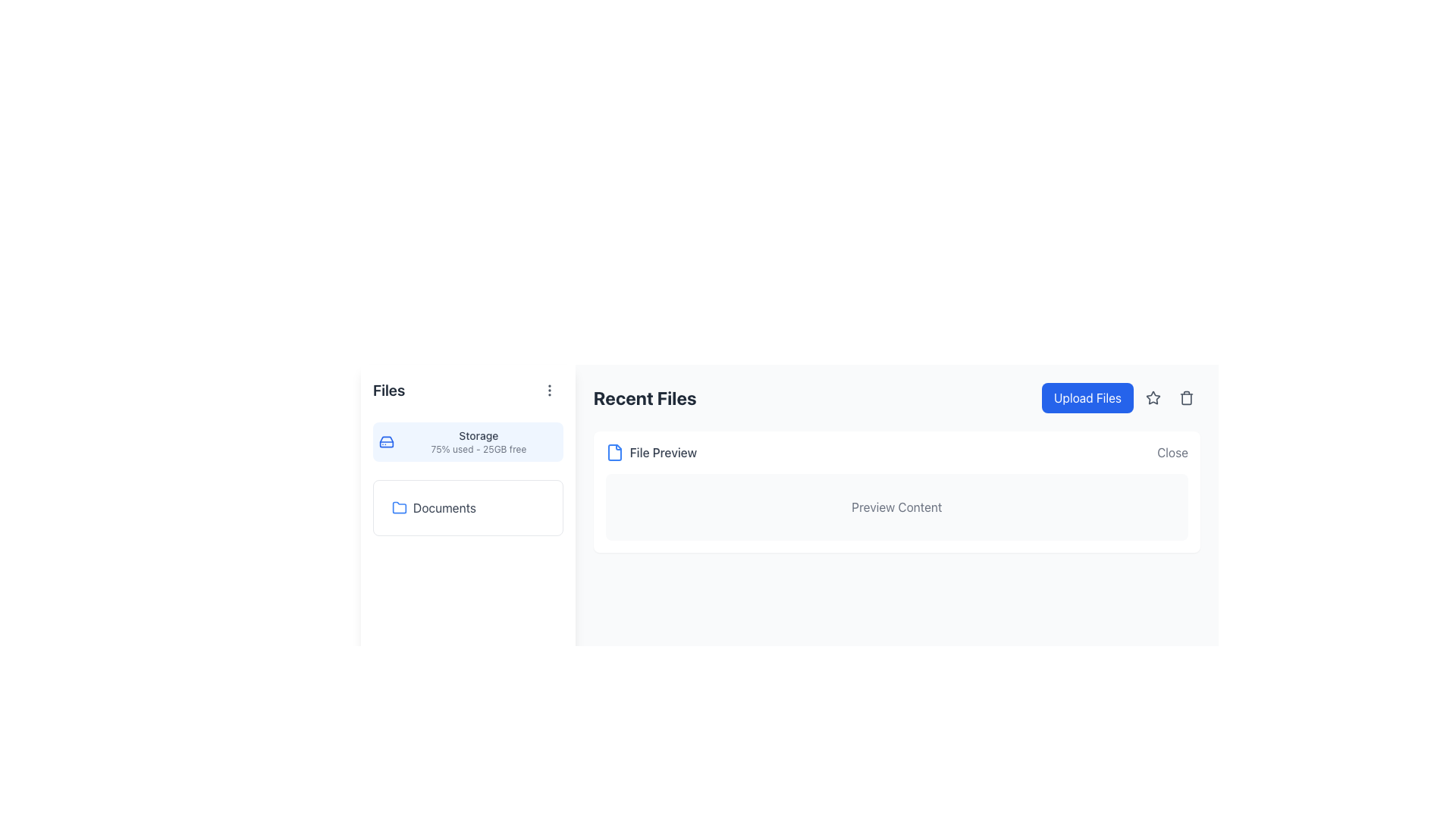  I want to click on the decorative trash can icon button located in the header section of the 'Recent Files' panel, so click(1185, 397).